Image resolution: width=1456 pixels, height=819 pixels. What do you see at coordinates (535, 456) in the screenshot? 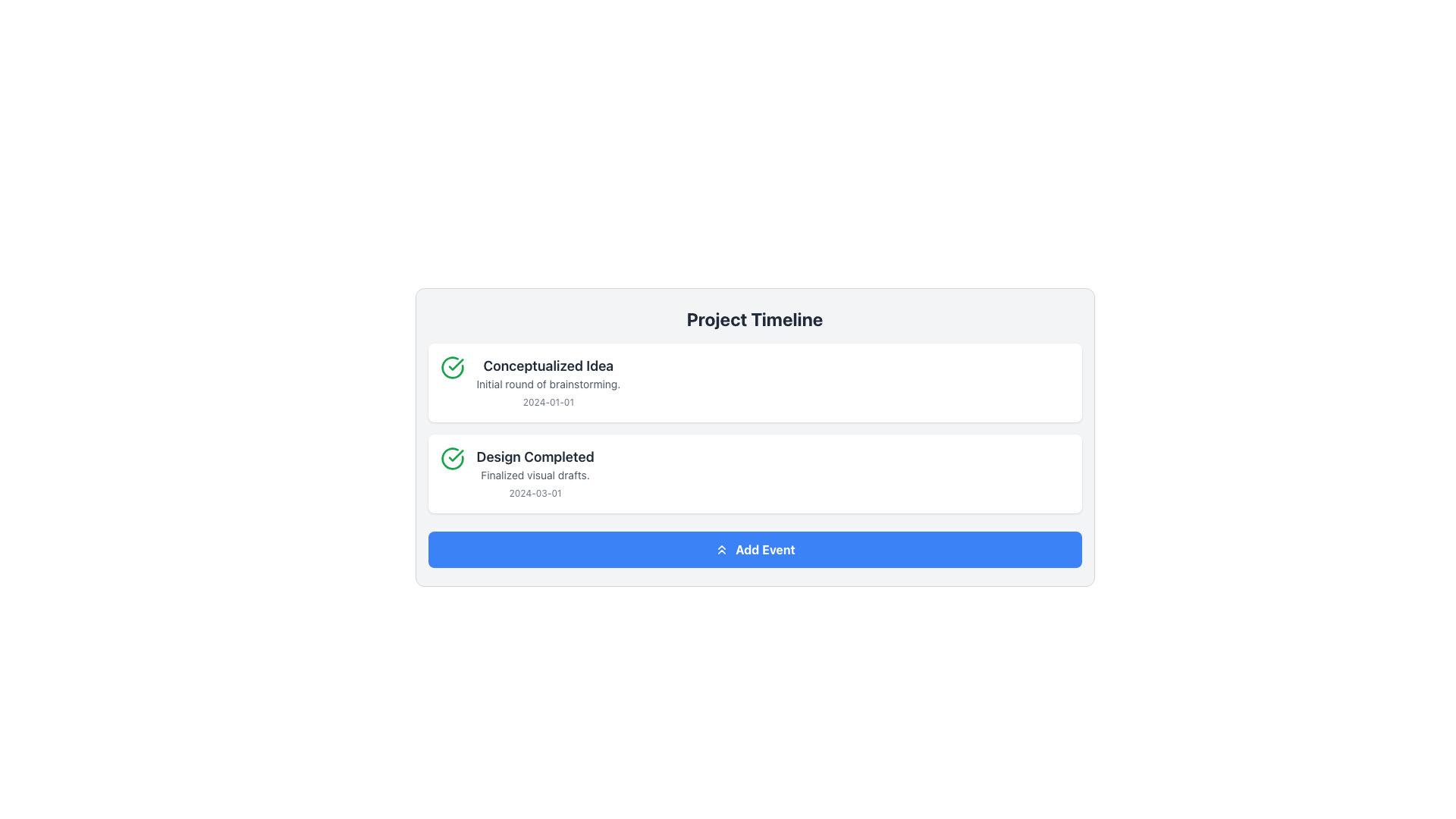
I see `the text label displaying 'Design Completed', which is styled with a bold font and dark-gray color, positioned prominently above the text 'Finalized visual drafts.'` at bounding box center [535, 456].